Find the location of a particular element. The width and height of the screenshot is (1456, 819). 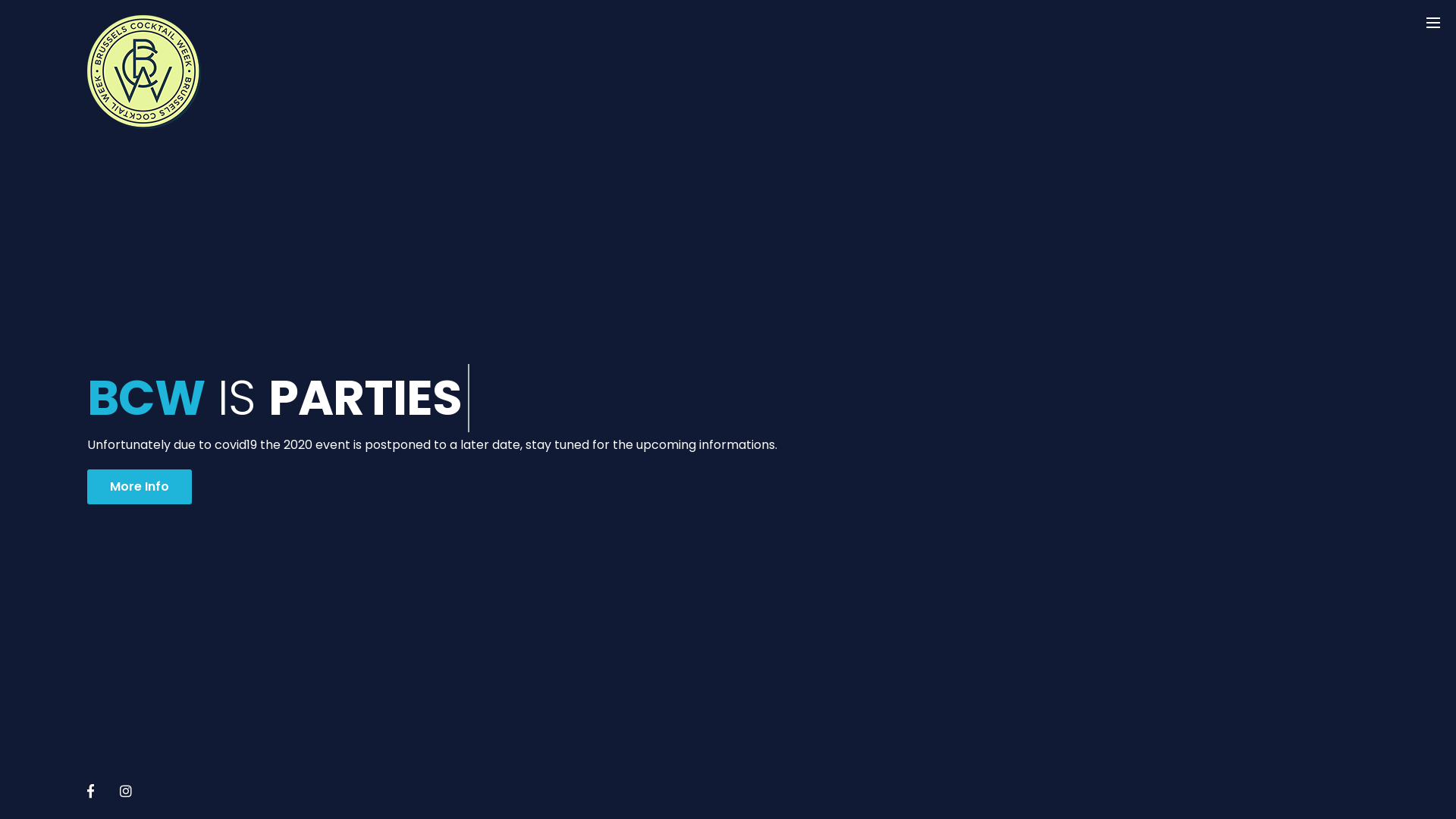

'Instagram' is located at coordinates (126, 789).